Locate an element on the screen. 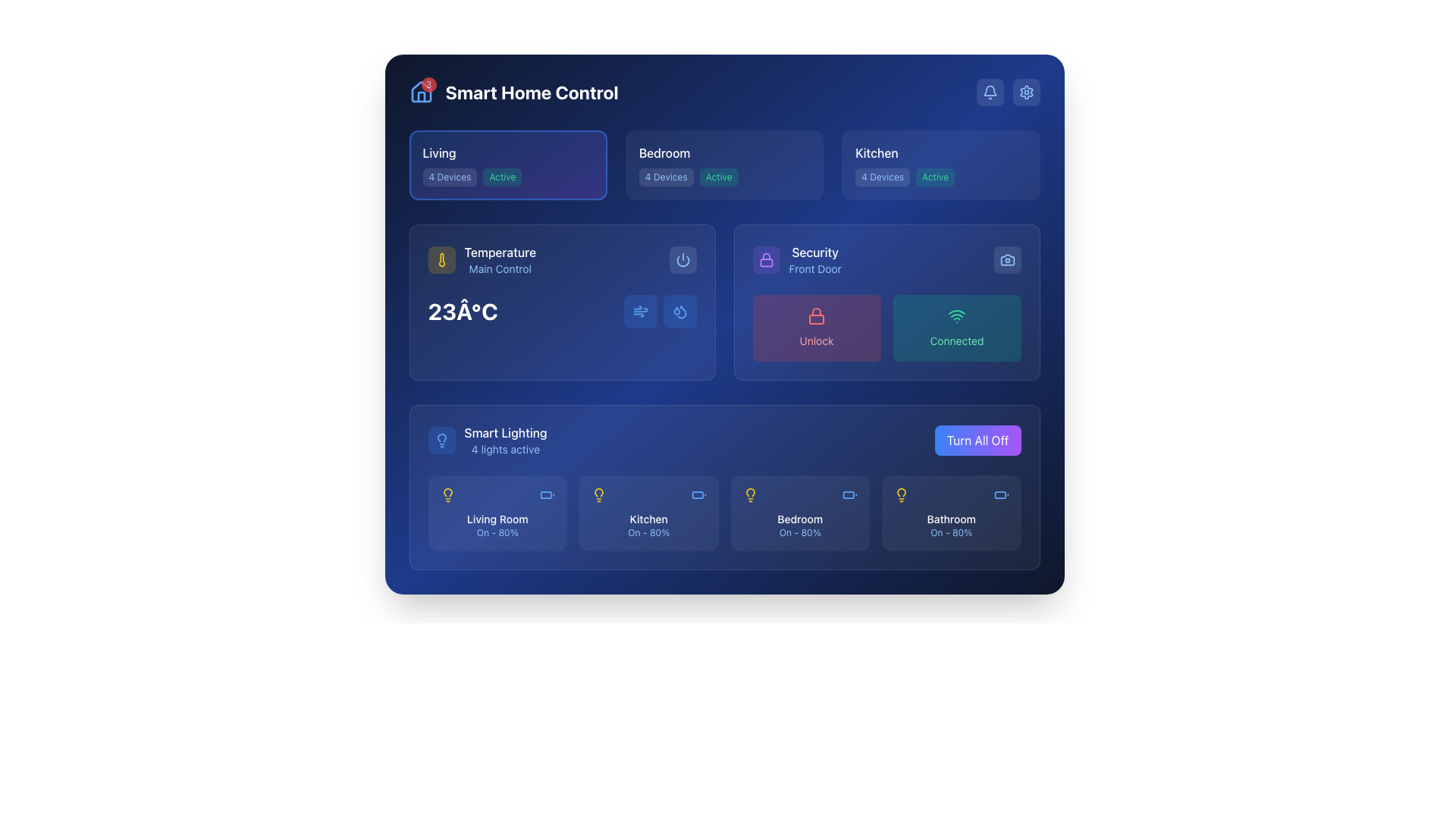 The width and height of the screenshot is (1456, 819). the button with a water droplet icon, styled with a blue background and rounded corners, located to the right of the temperature control display is located at coordinates (679, 311).